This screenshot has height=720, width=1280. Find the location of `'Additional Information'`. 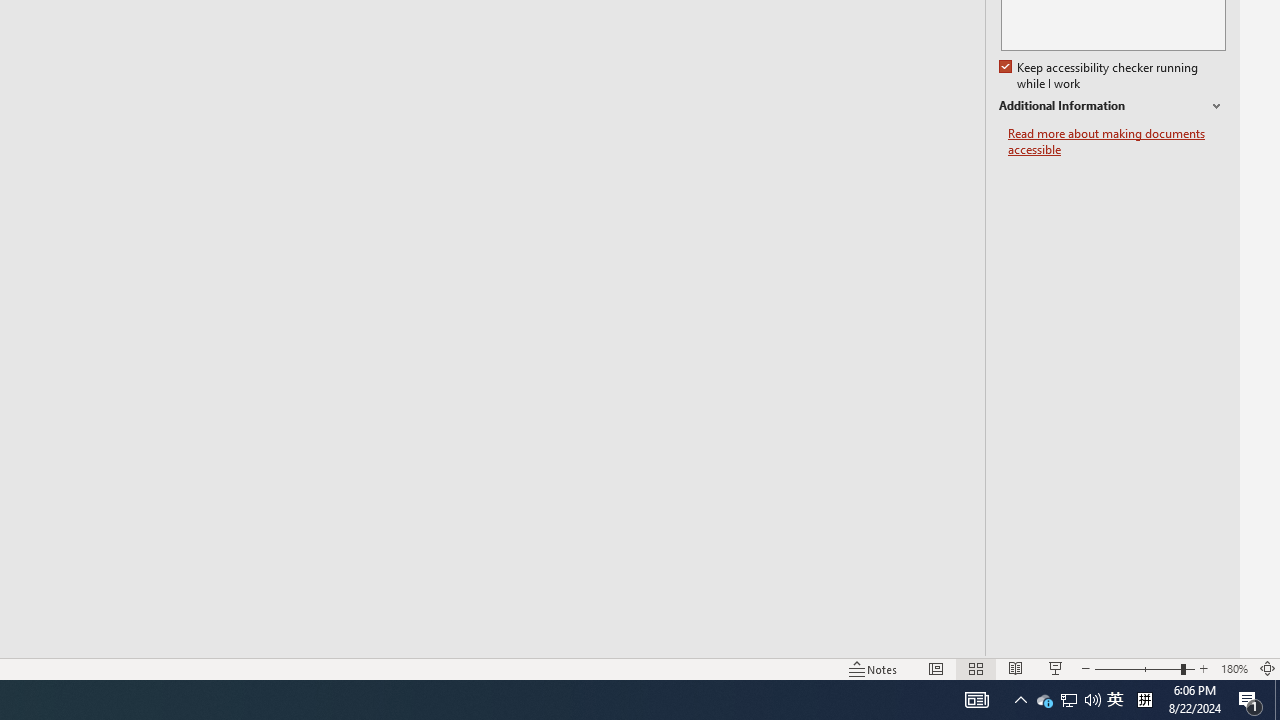

'Additional Information' is located at coordinates (1111, 106).